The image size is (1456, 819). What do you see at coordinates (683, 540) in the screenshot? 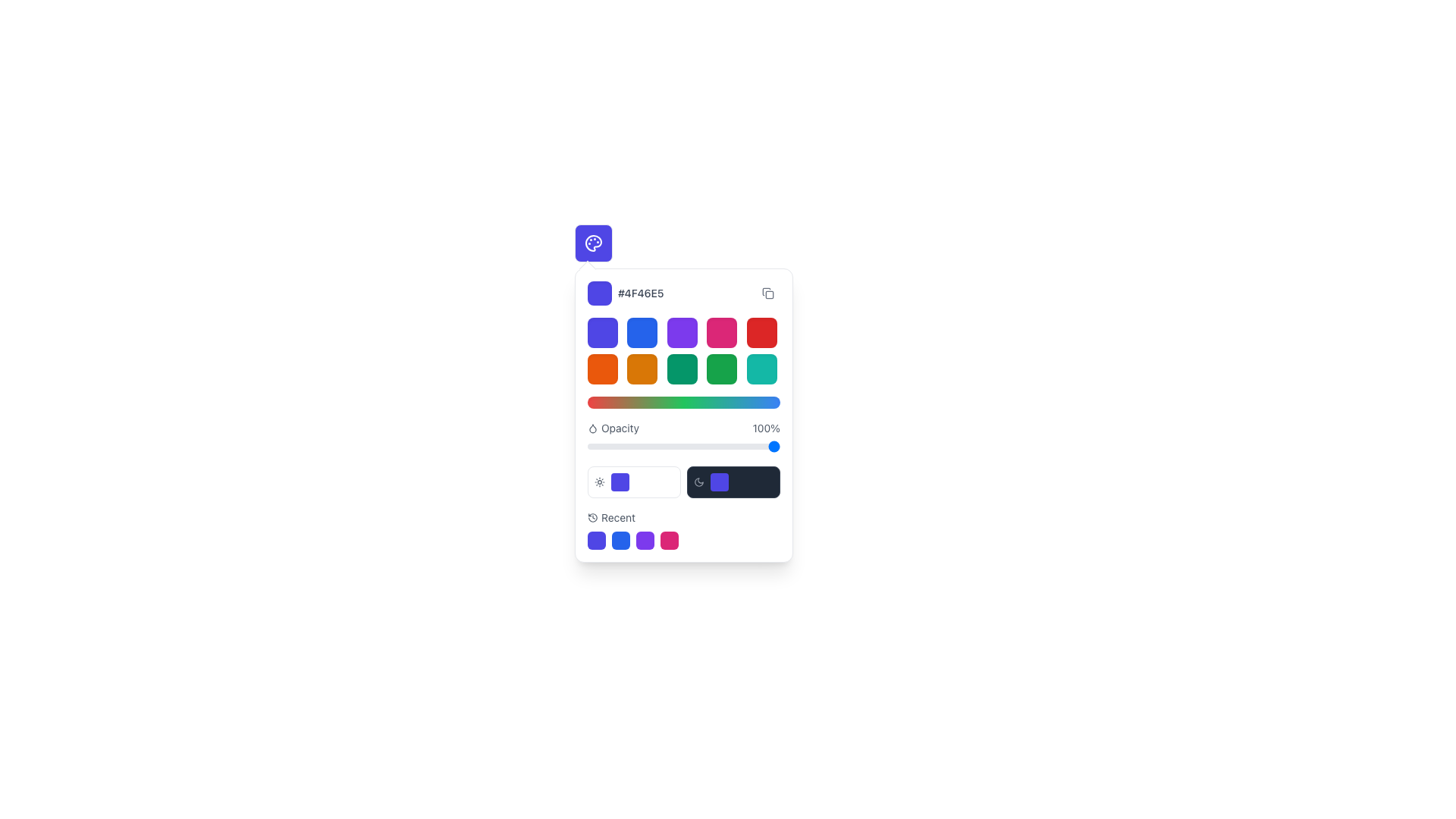
I see `the color selection row` at bounding box center [683, 540].